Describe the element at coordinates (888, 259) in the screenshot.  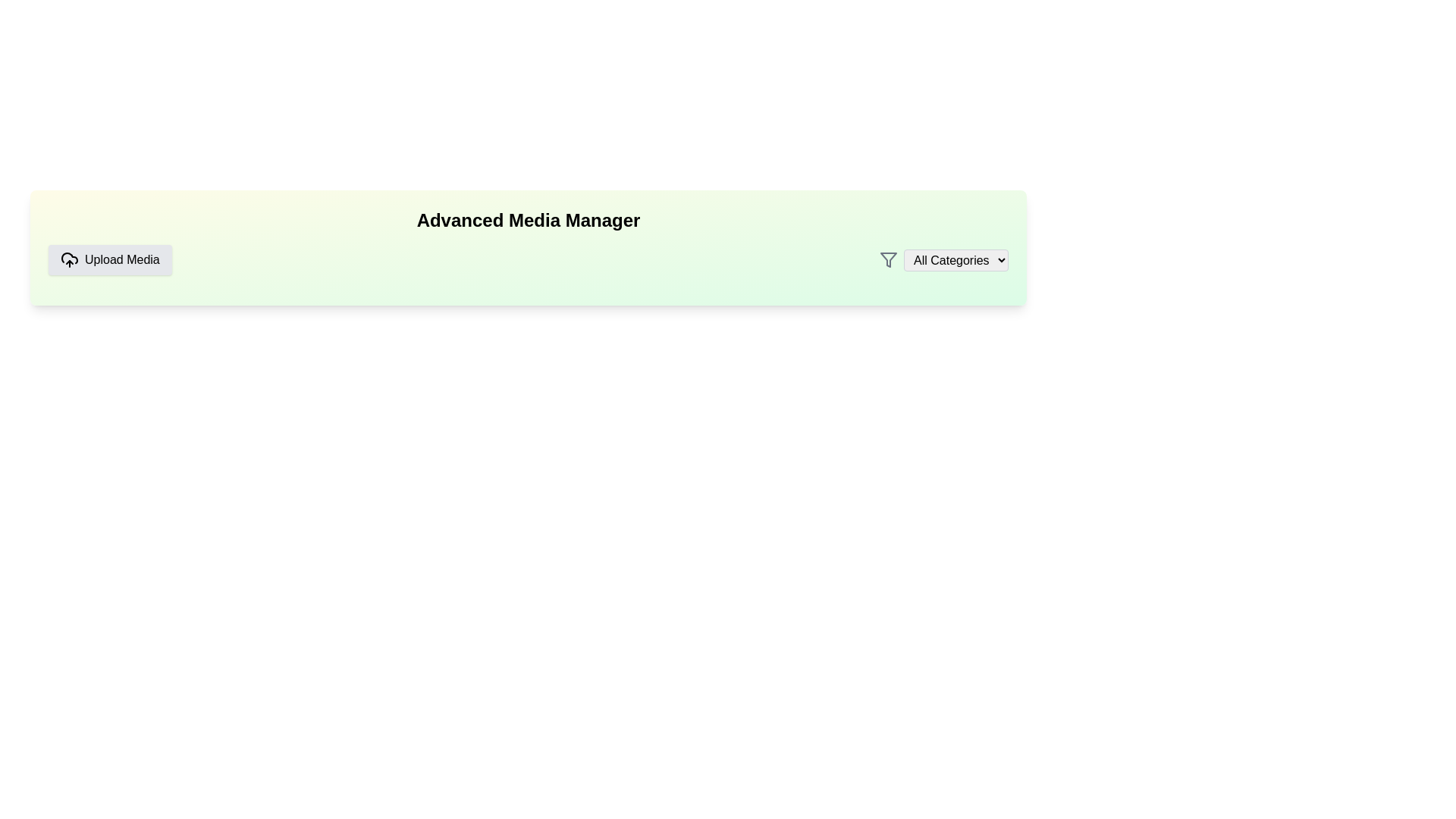
I see `the filter icon located at the top-right side of the interface, adjacent to the 'All Categories' dropdown` at that location.